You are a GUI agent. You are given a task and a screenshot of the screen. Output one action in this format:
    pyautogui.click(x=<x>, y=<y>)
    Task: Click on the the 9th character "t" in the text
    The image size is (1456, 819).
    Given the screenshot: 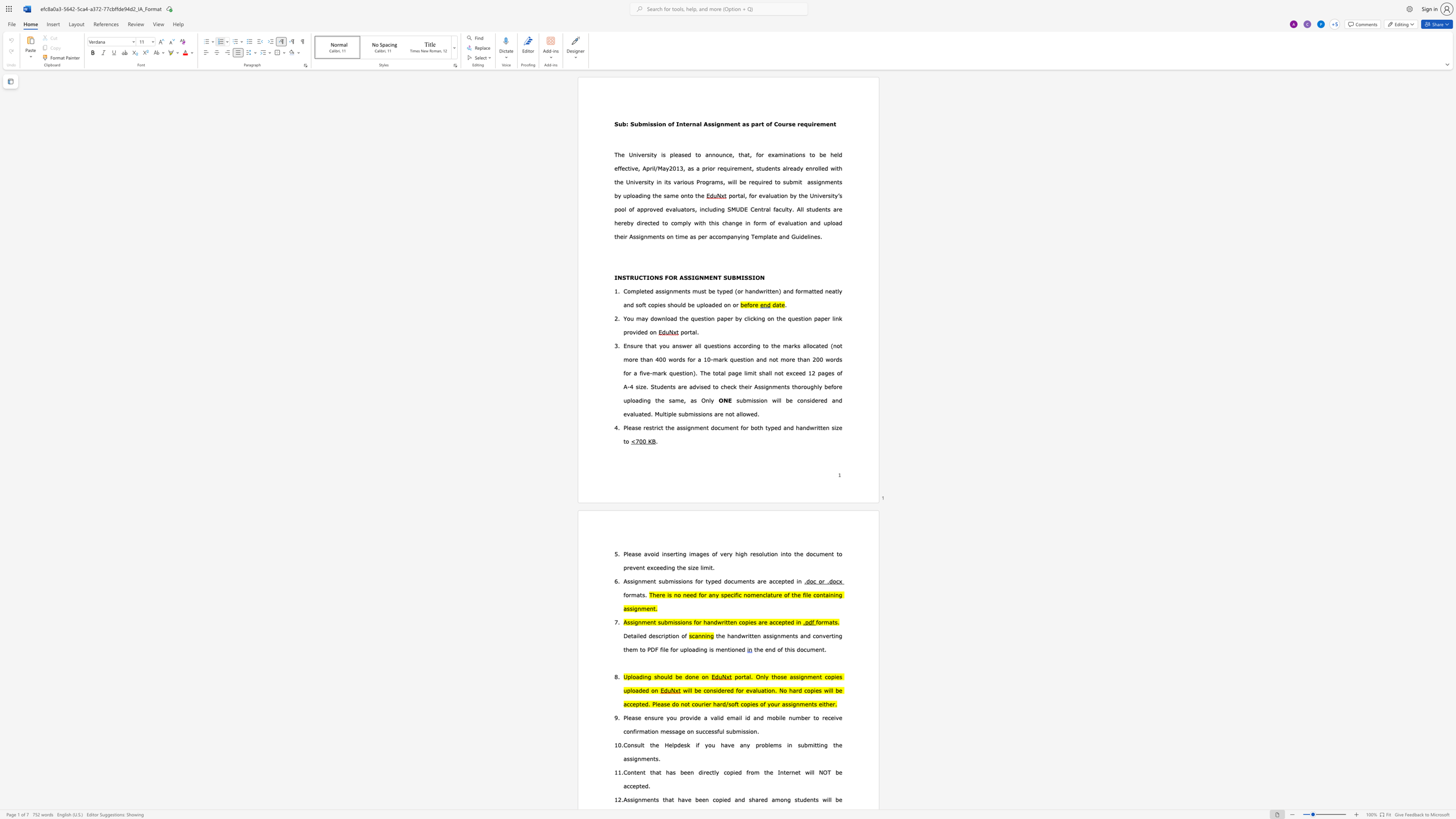 What is the action you would take?
    pyautogui.click(x=640, y=785)
    